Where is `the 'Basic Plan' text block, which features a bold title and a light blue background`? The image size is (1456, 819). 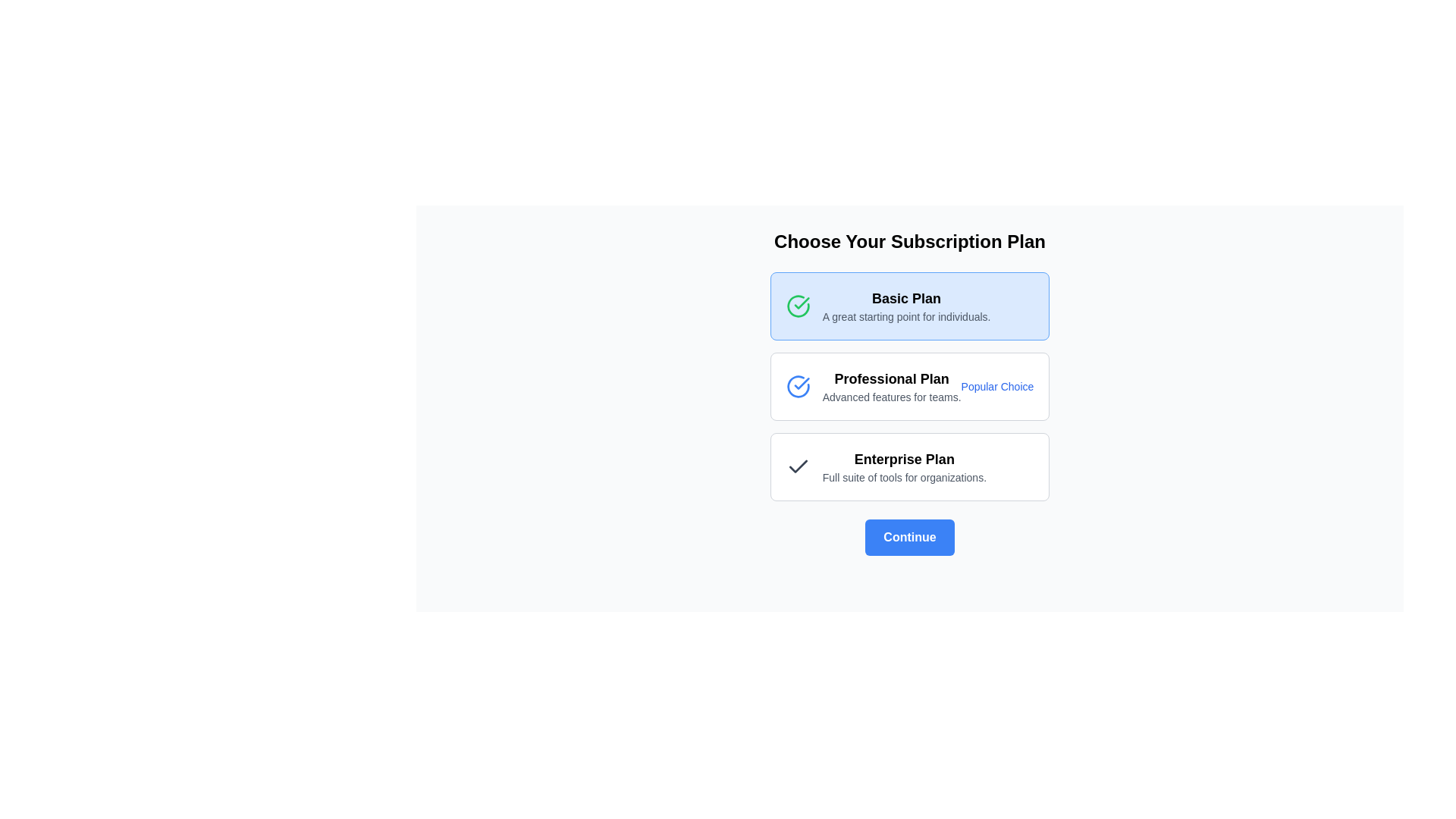 the 'Basic Plan' text block, which features a bold title and a light blue background is located at coordinates (906, 306).